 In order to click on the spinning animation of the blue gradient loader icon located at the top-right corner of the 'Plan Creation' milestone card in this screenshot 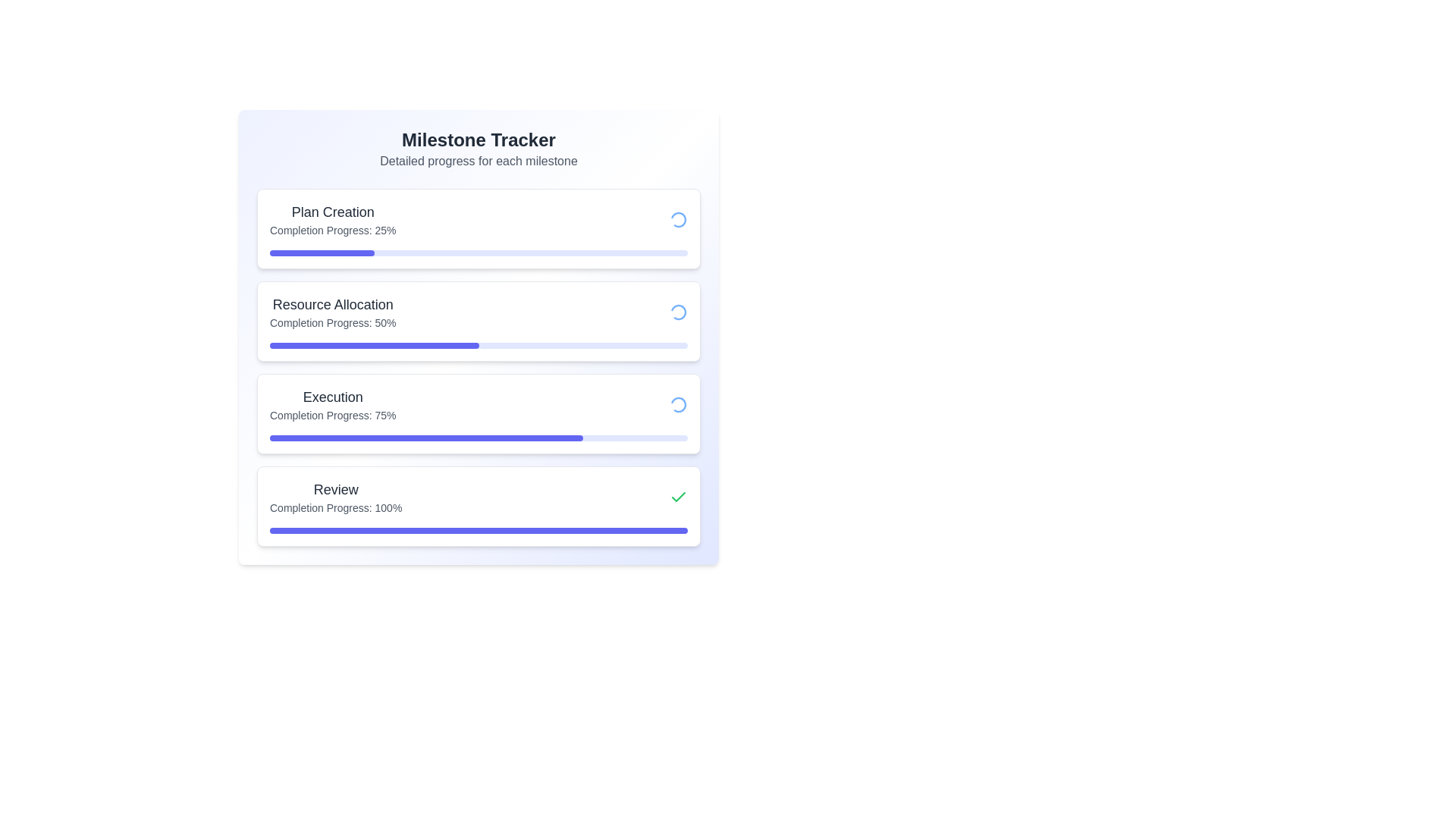, I will do `click(677, 219)`.